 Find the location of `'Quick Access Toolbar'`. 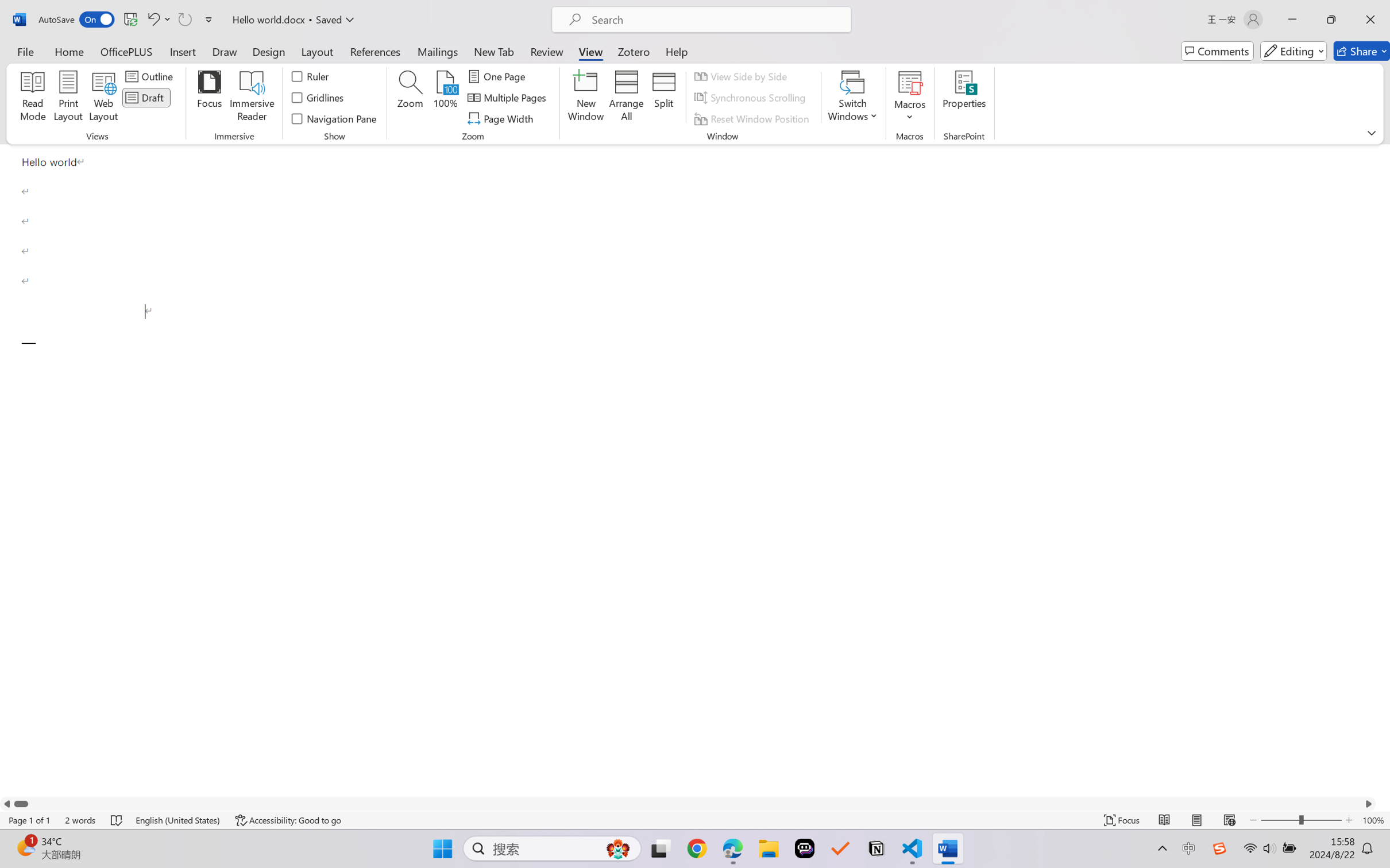

'Quick Access Toolbar' is located at coordinates (128, 19).